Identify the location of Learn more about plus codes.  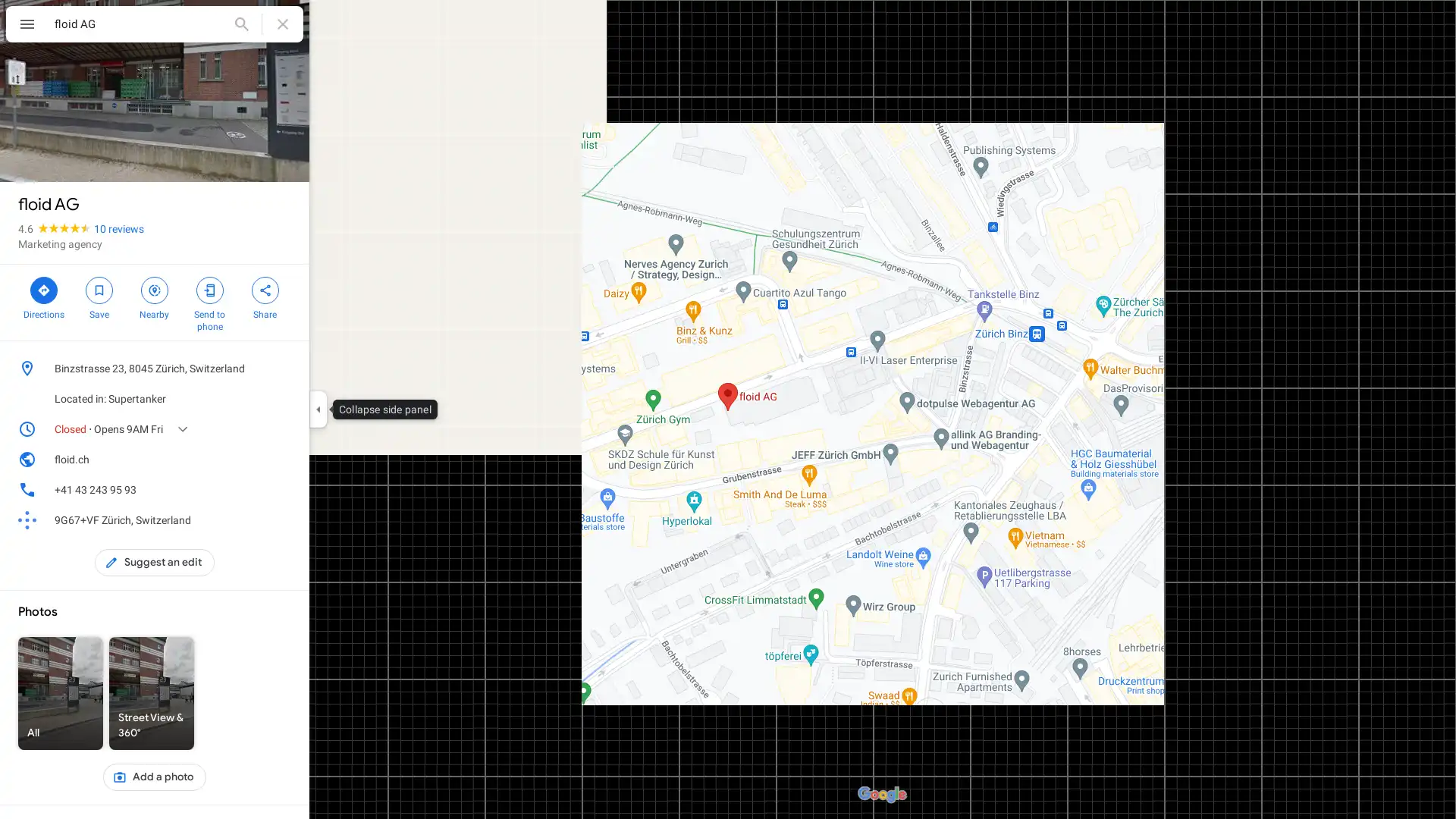
(284, 519).